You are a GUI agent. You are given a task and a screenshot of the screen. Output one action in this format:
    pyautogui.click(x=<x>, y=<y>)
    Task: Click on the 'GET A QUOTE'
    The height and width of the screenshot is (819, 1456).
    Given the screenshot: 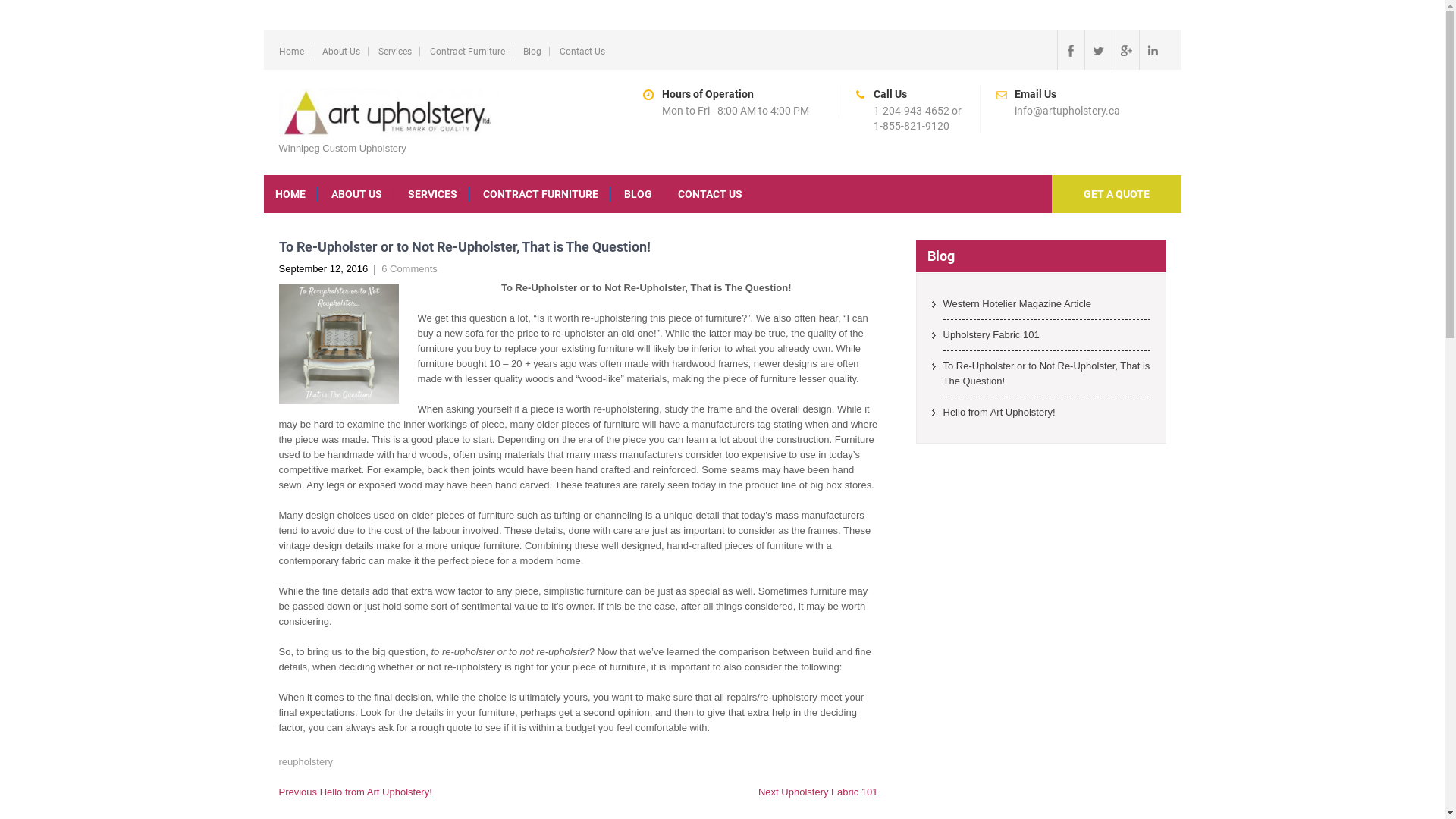 What is the action you would take?
    pyautogui.click(x=1116, y=193)
    